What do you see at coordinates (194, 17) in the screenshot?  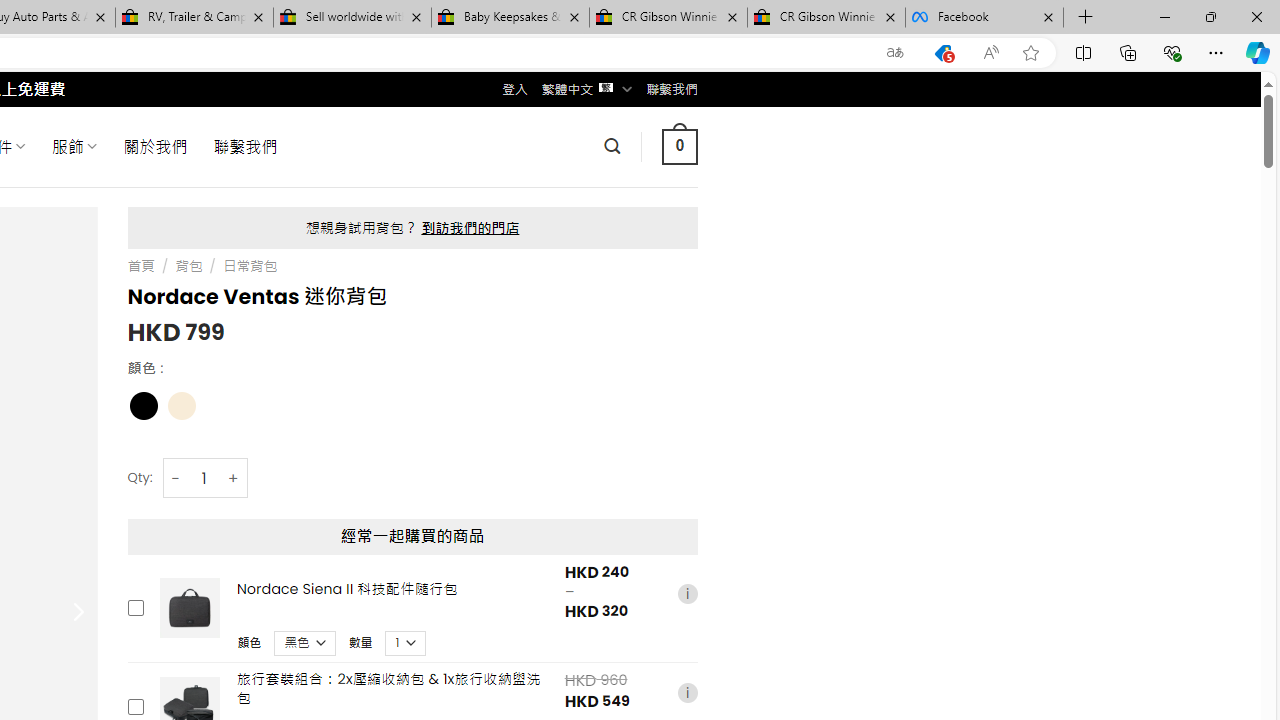 I see `'RV, Trailer & Camper Steps & Ladders for sale | eBay'` at bounding box center [194, 17].